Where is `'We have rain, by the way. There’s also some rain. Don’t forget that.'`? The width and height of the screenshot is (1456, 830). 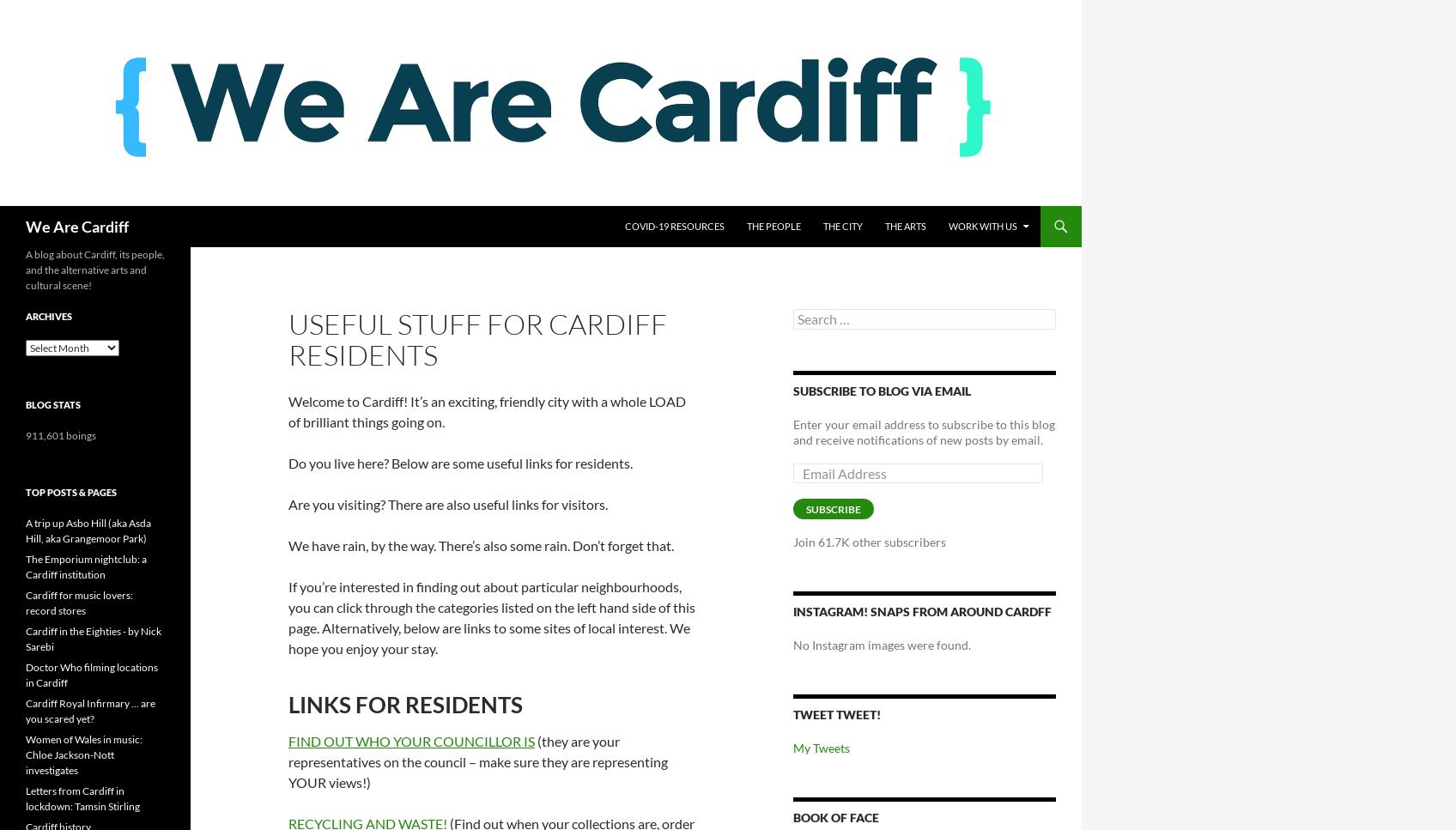
'We have rain, by the way. There’s also some rain. Don’t forget that.' is located at coordinates (480, 544).